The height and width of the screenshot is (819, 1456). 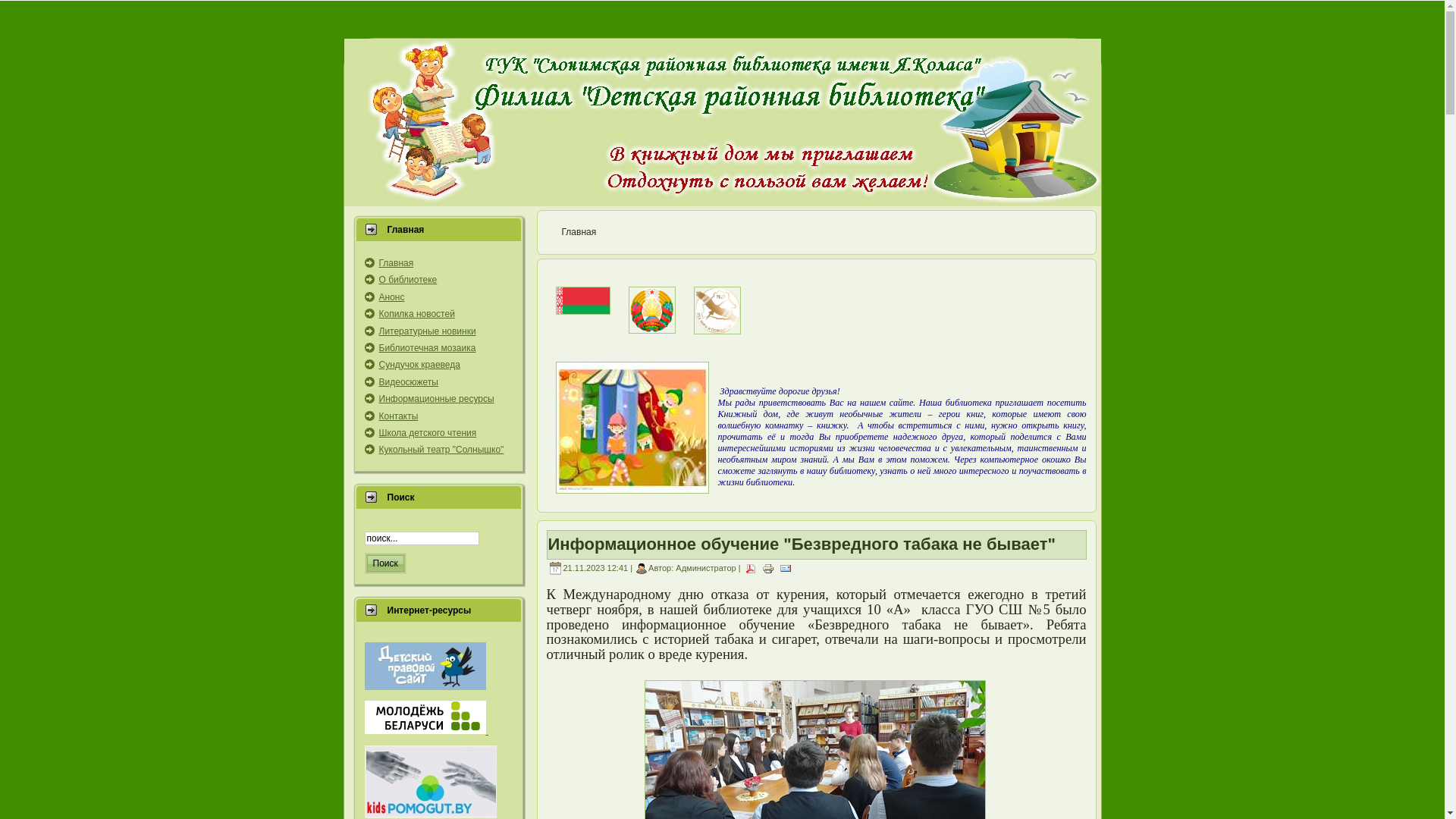 I want to click on ' ', so click(x=425, y=730).